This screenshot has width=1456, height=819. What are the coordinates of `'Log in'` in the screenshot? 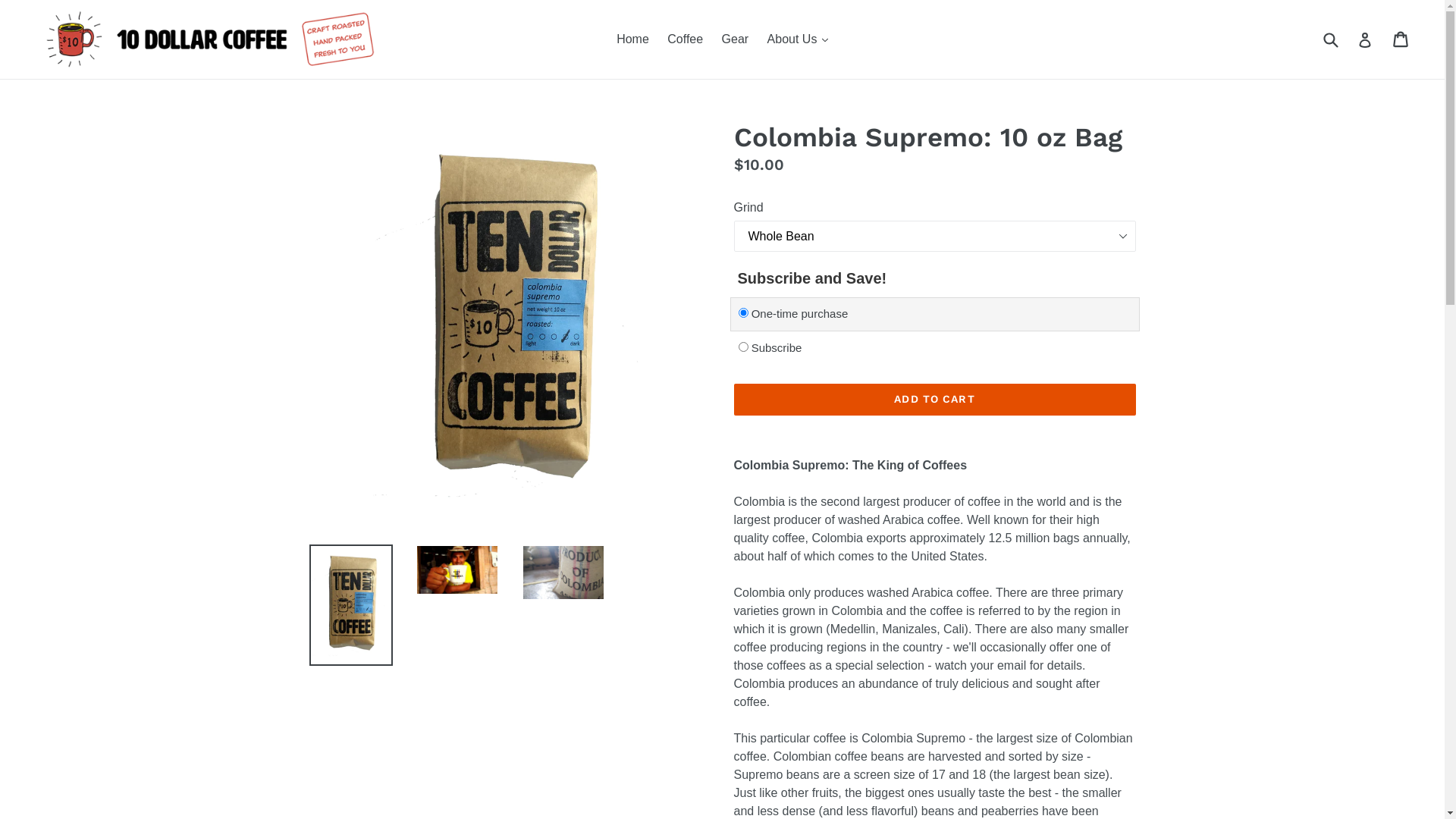 It's located at (1357, 38).